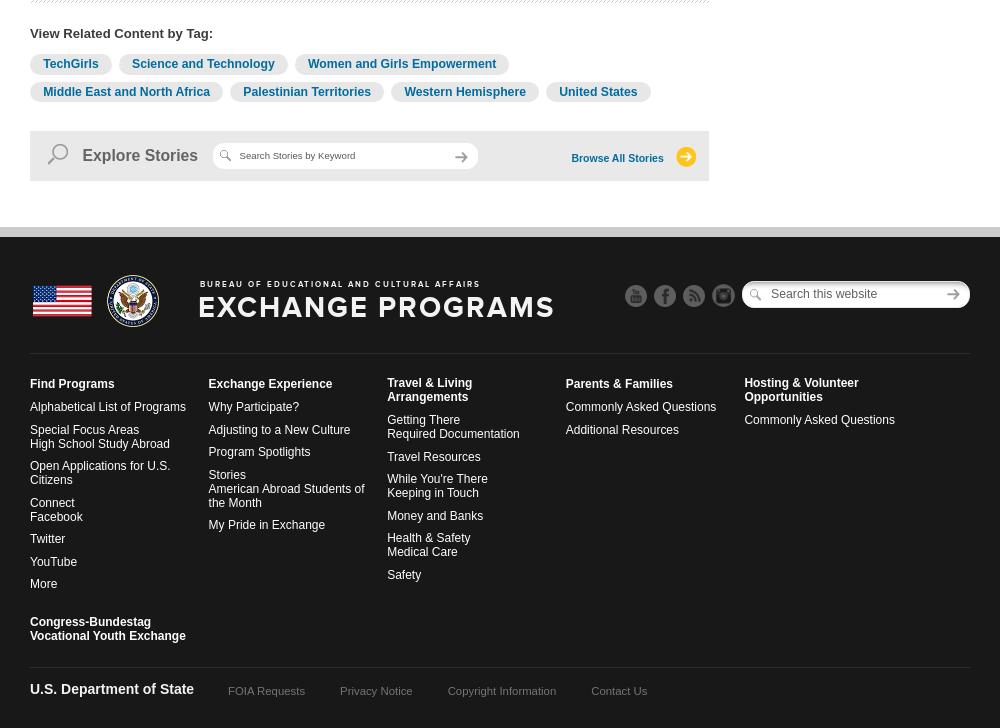 Image resolution: width=1000 pixels, height=728 pixels. I want to click on 'Middle East and North Africa', so click(126, 91).